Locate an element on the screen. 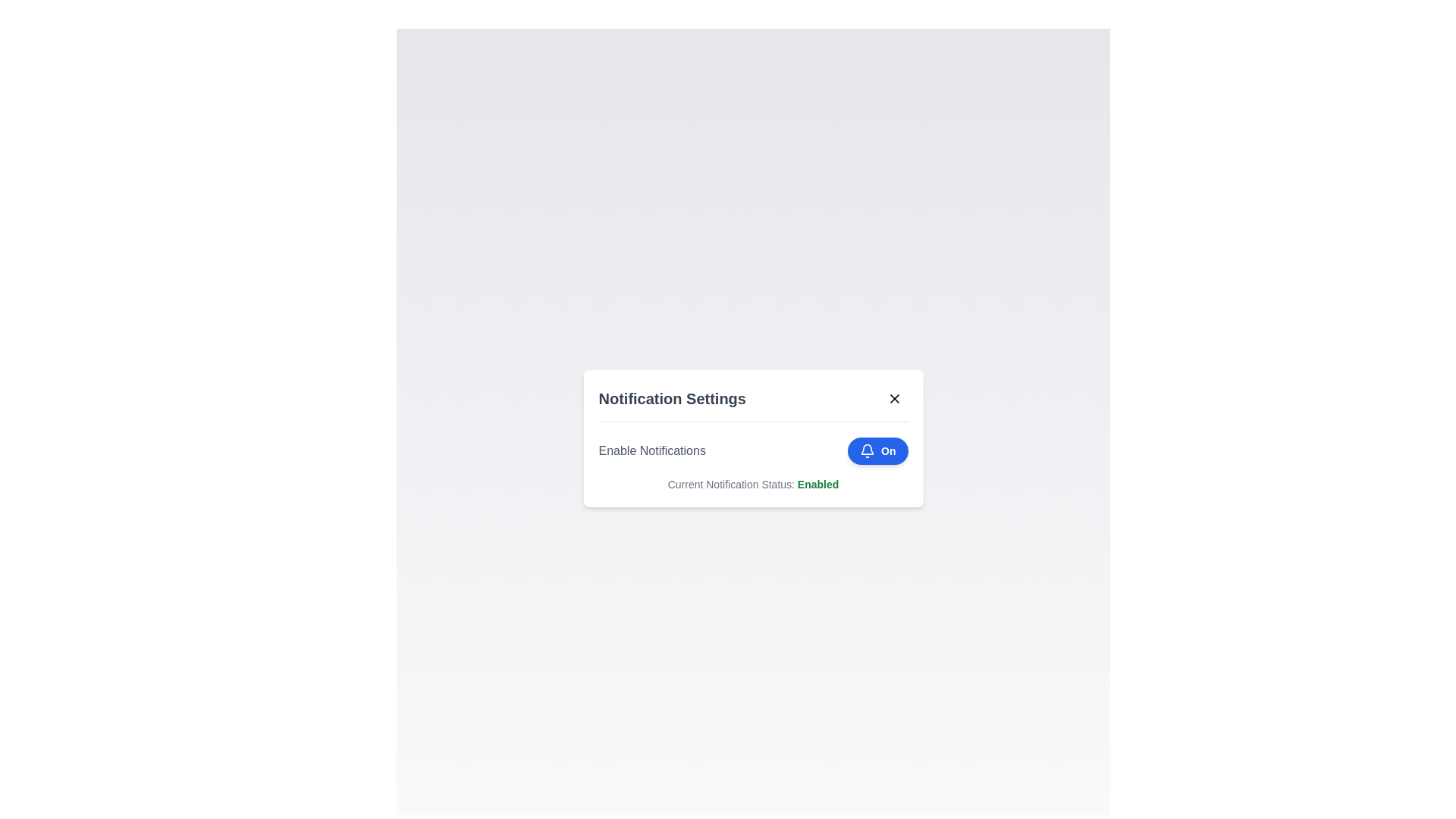 This screenshot has width=1456, height=819. the dismiss button located at the top-right corner of the notification settings modal is located at coordinates (894, 397).